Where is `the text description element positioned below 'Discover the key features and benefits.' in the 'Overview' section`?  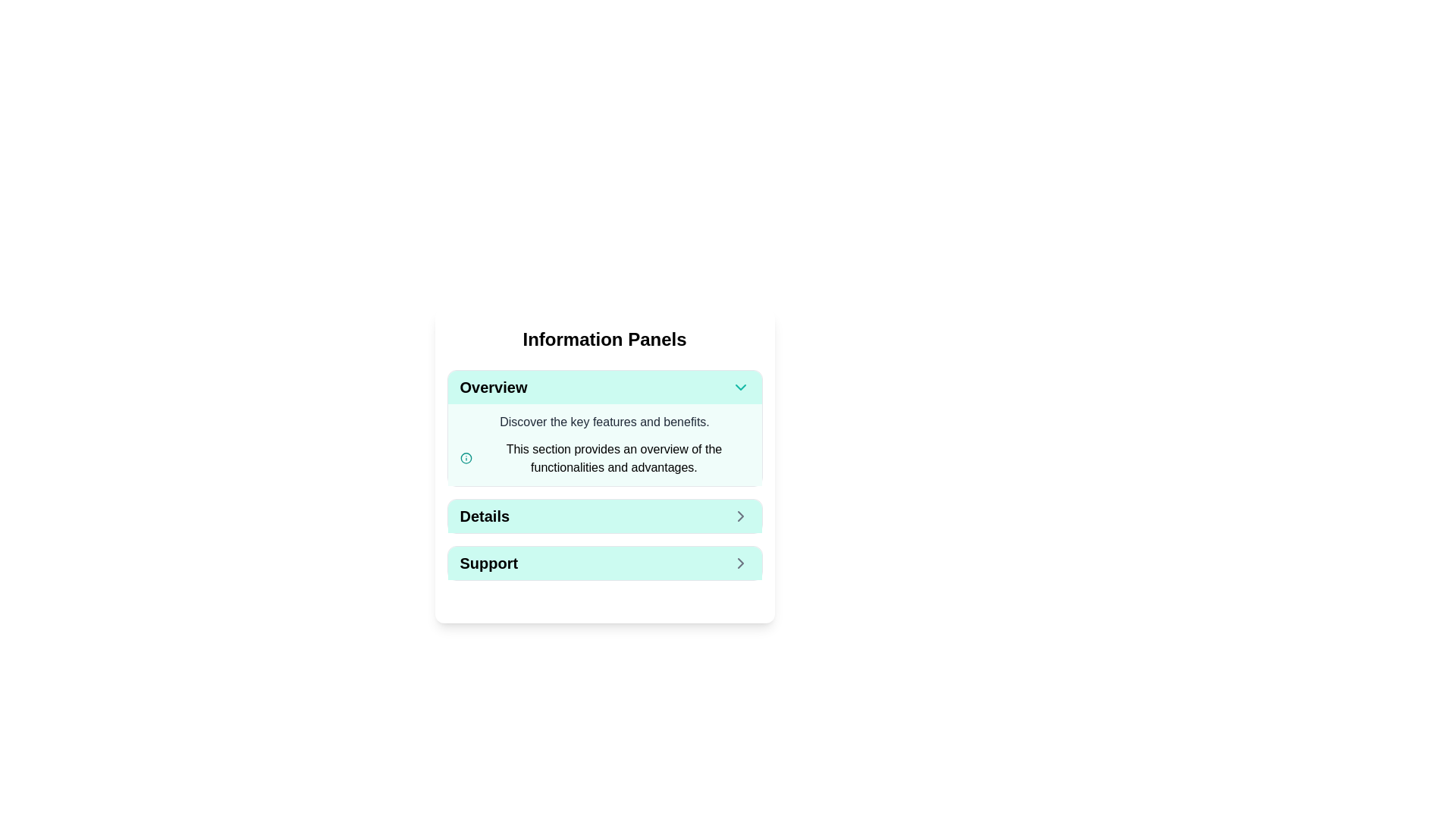 the text description element positioned below 'Discover the key features and benefits.' in the 'Overview' section is located at coordinates (604, 458).